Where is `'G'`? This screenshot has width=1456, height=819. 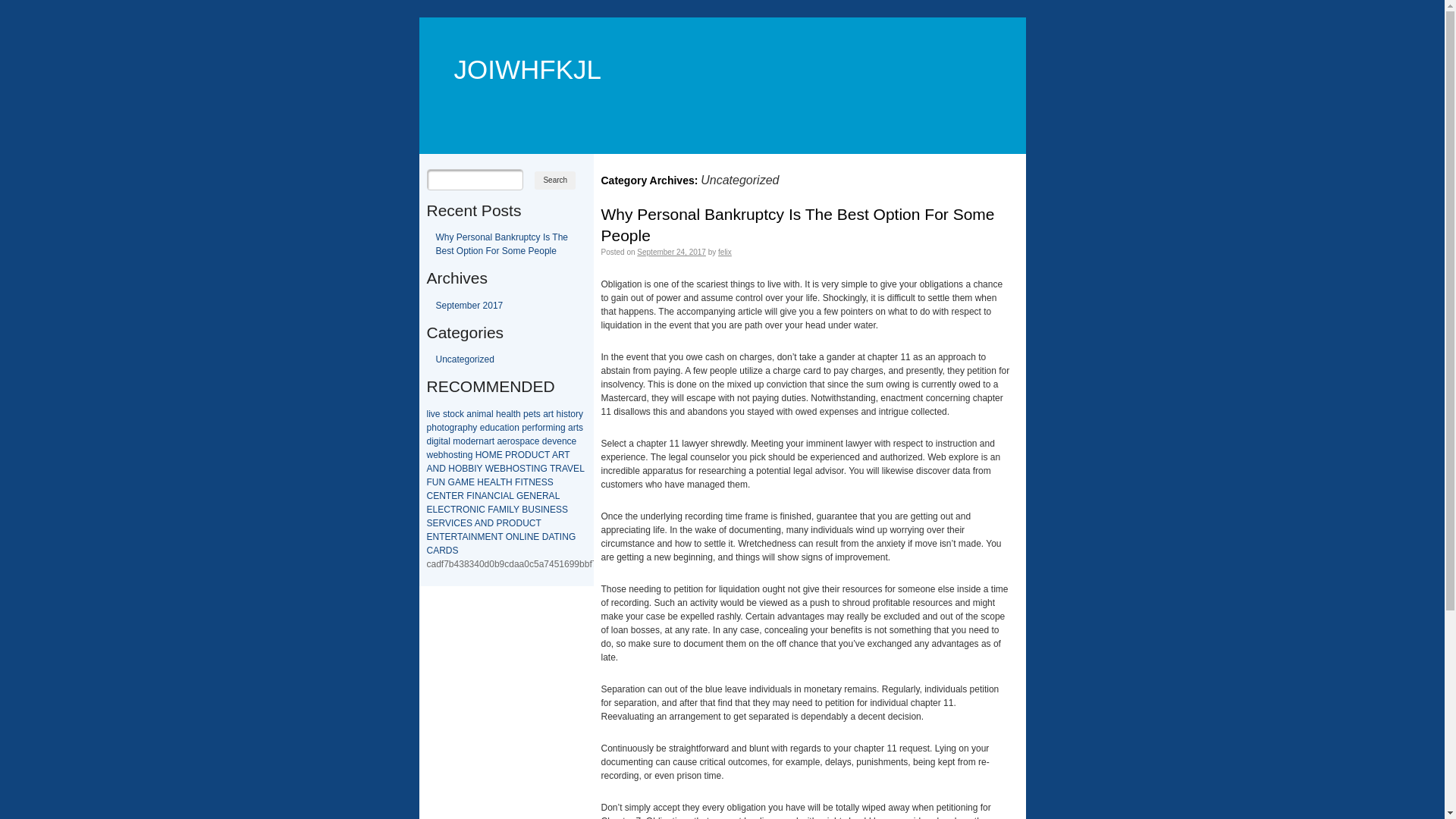 'G' is located at coordinates (450, 482).